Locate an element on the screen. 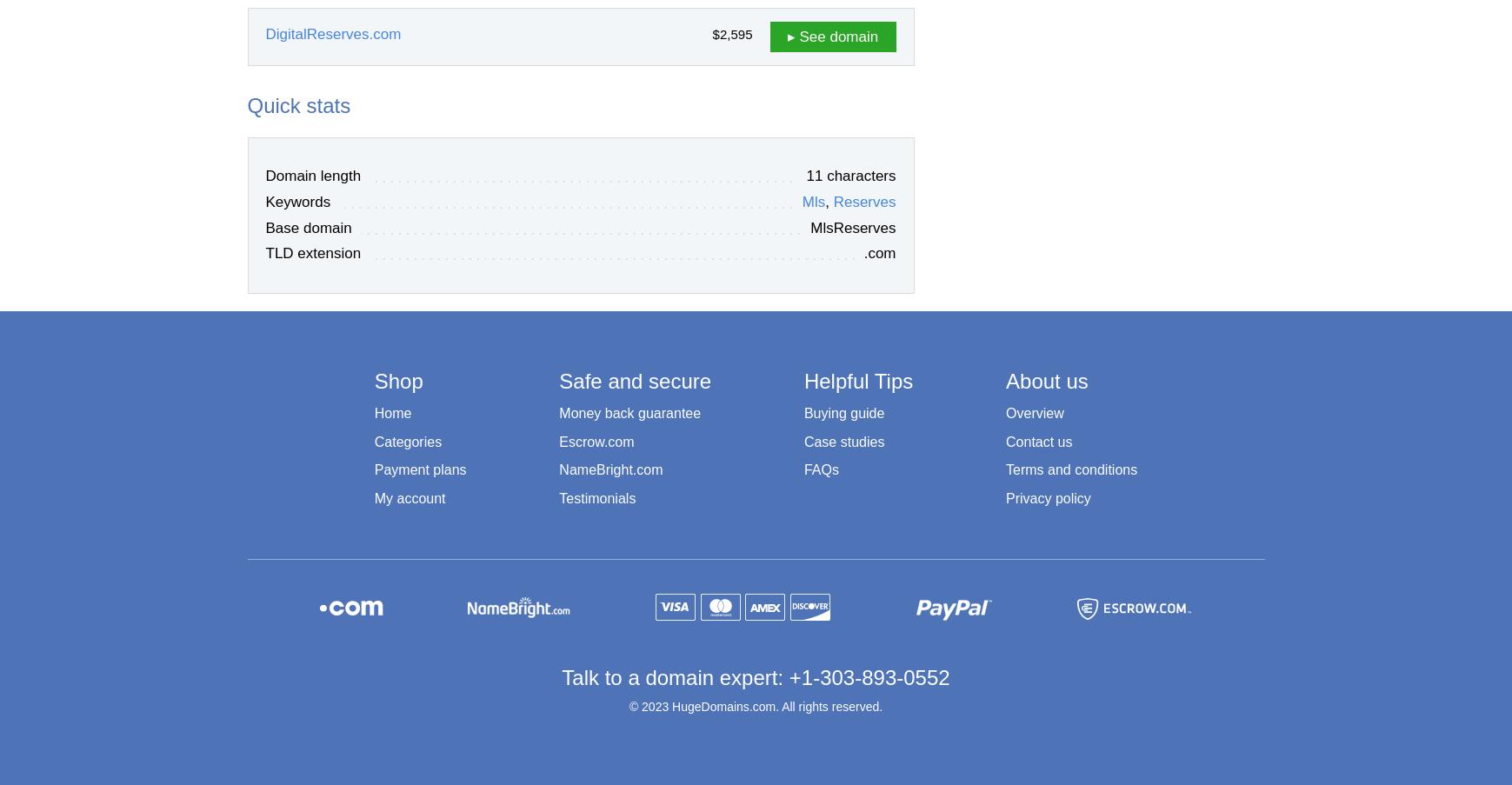 The width and height of the screenshot is (1512, 785). '$2,595' is located at coordinates (731, 33).